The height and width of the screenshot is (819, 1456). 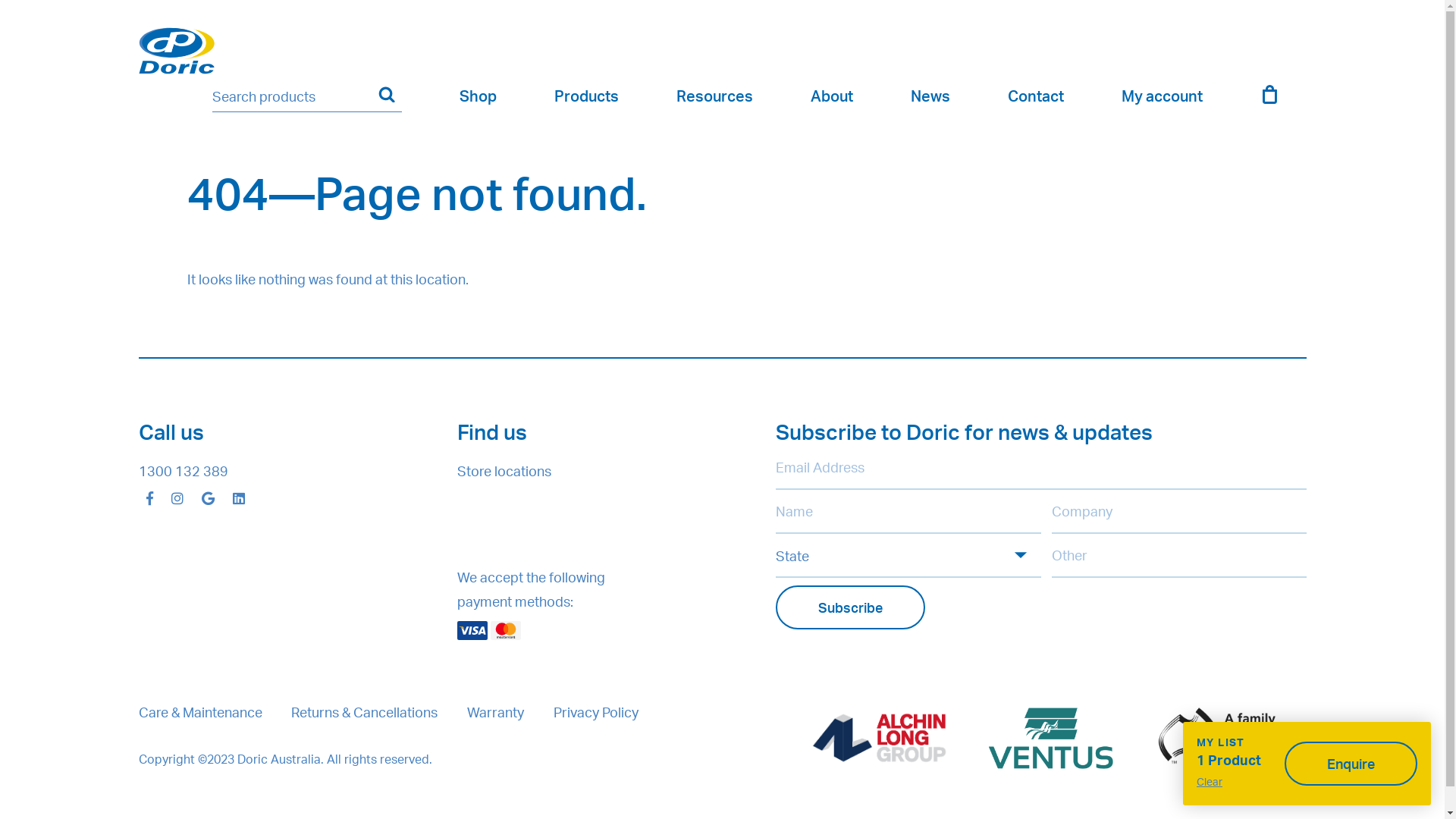 What do you see at coordinates (930, 96) in the screenshot?
I see `'News'` at bounding box center [930, 96].